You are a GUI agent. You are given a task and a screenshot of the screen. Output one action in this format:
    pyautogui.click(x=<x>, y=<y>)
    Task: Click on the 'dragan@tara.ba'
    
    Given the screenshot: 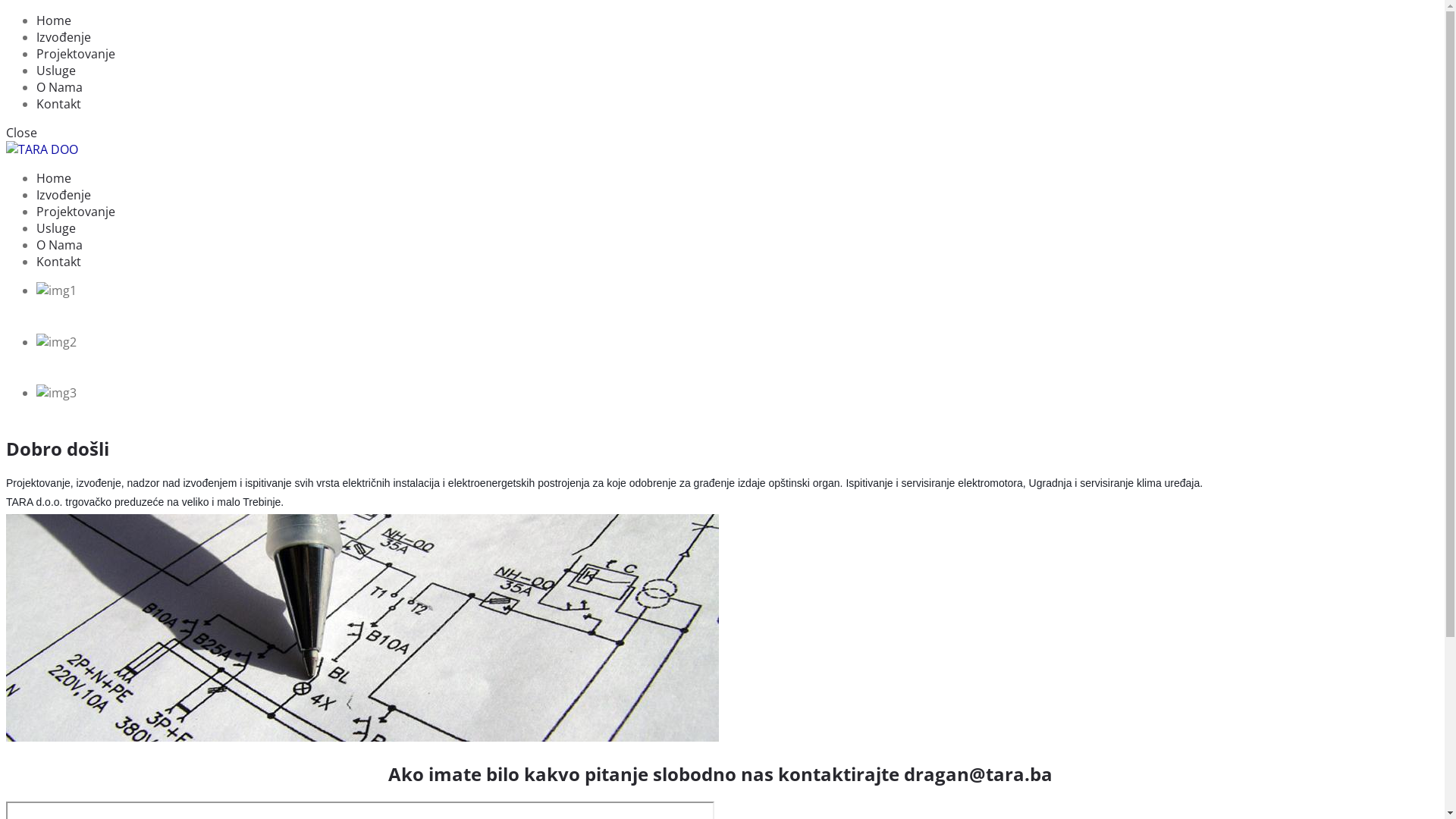 What is the action you would take?
    pyautogui.click(x=903, y=773)
    